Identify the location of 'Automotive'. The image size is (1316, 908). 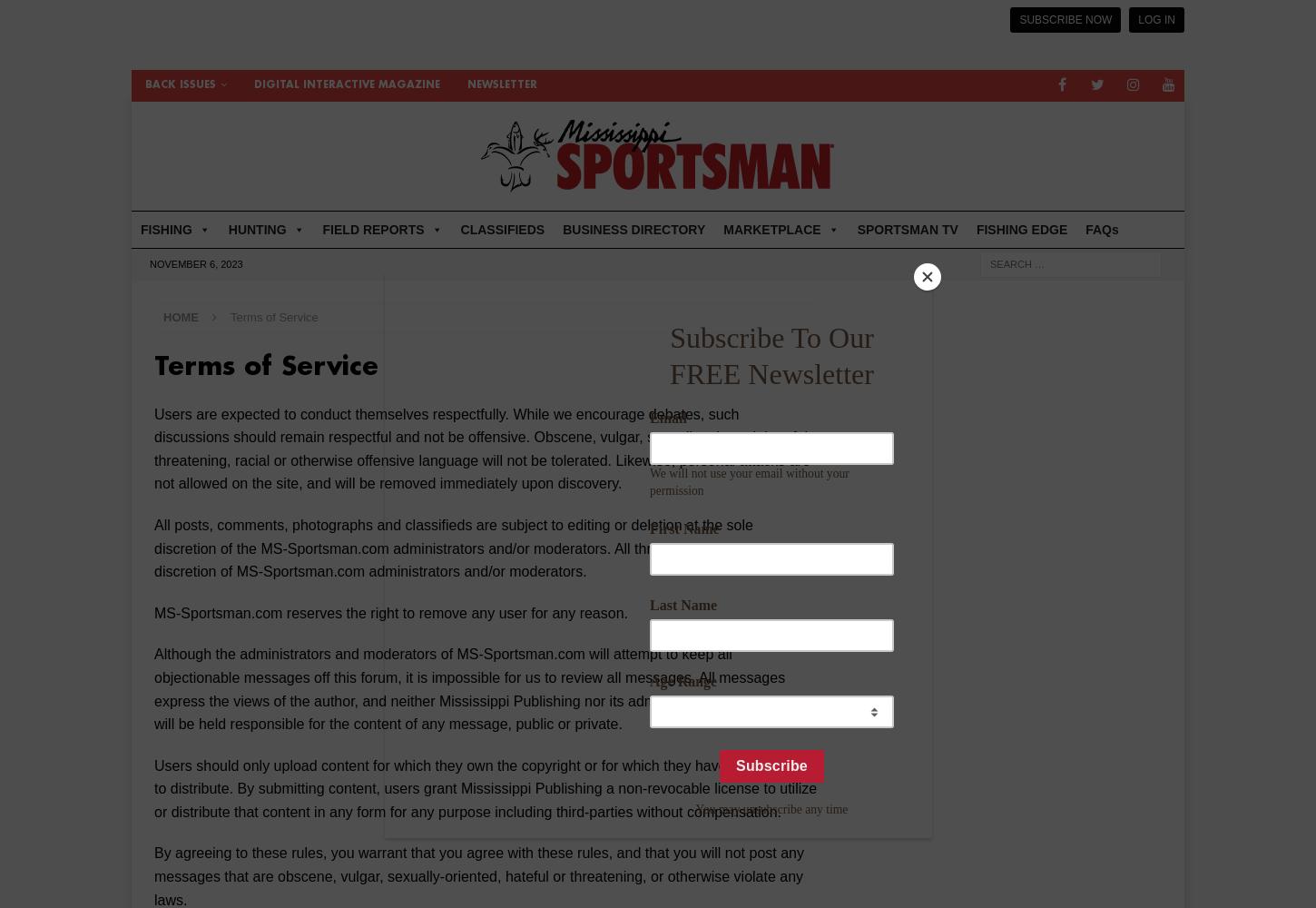
(755, 335).